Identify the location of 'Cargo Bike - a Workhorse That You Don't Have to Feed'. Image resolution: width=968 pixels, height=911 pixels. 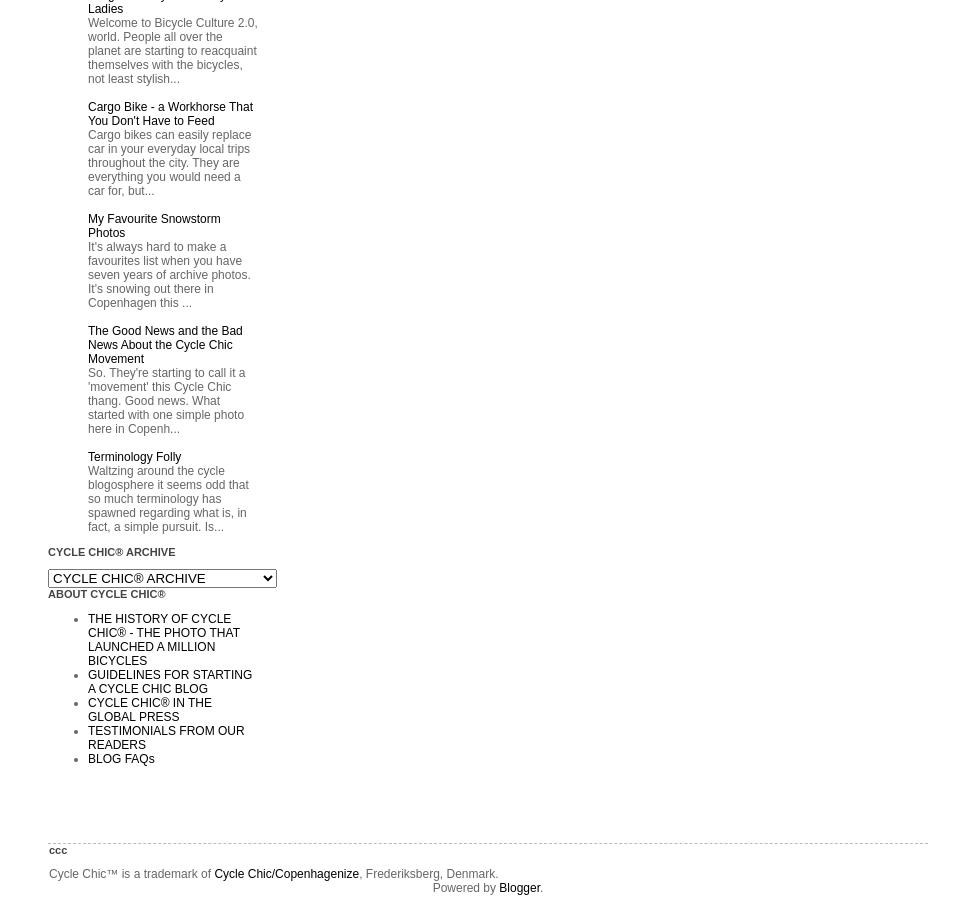
(169, 112).